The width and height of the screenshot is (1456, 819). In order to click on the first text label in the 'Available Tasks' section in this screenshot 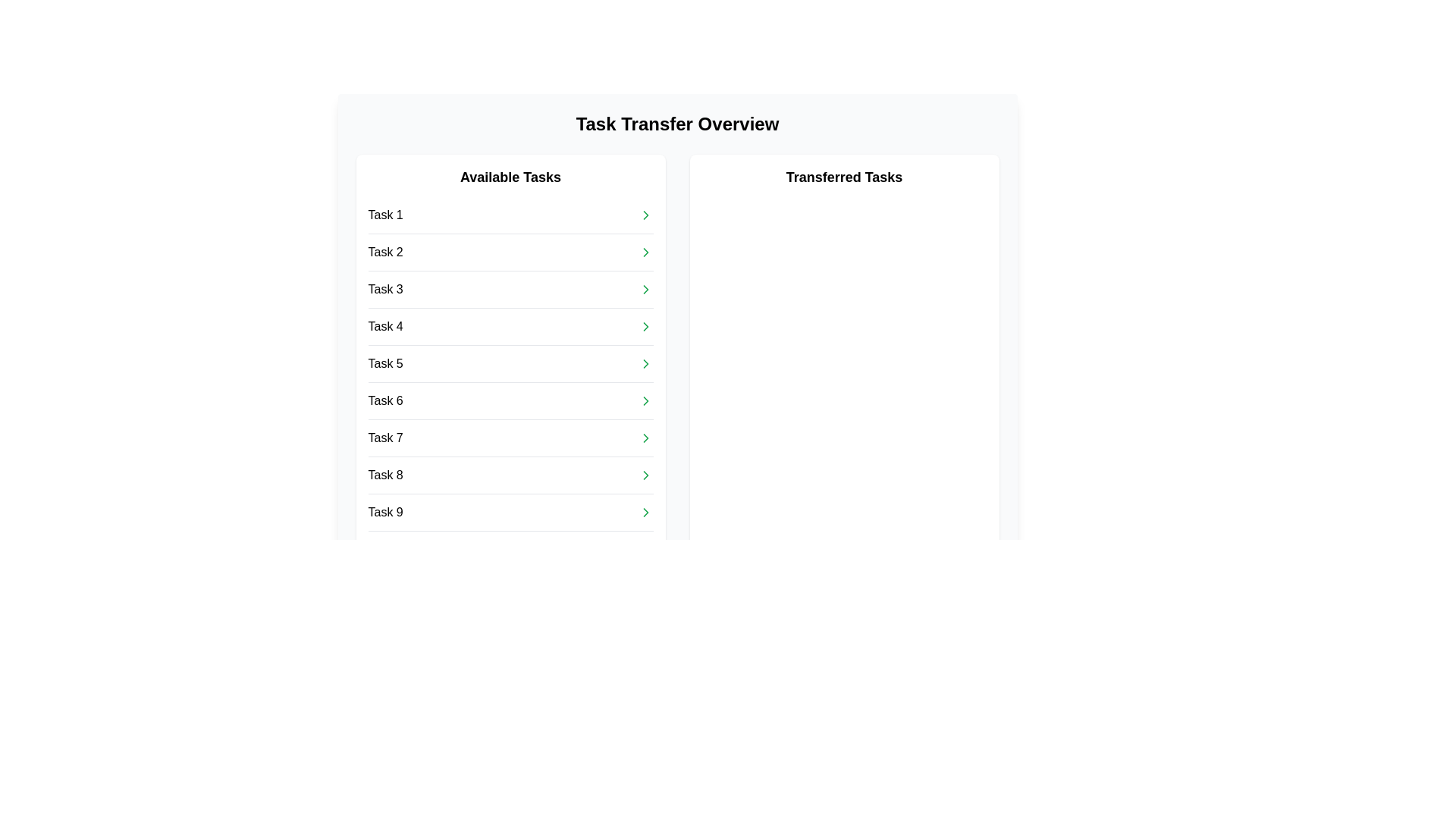, I will do `click(385, 215)`.